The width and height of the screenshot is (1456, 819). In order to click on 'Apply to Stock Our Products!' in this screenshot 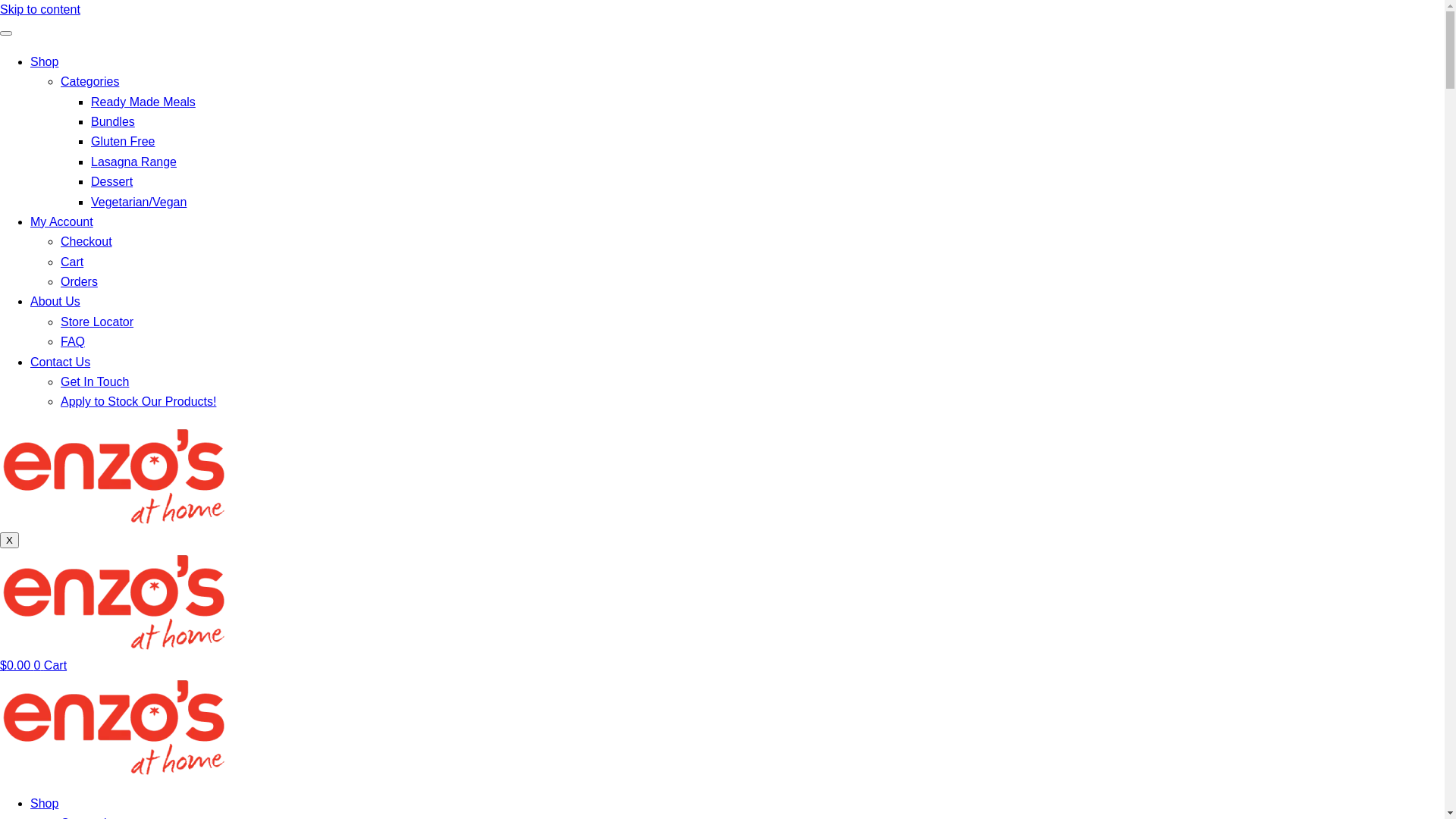, I will do `click(138, 400)`.